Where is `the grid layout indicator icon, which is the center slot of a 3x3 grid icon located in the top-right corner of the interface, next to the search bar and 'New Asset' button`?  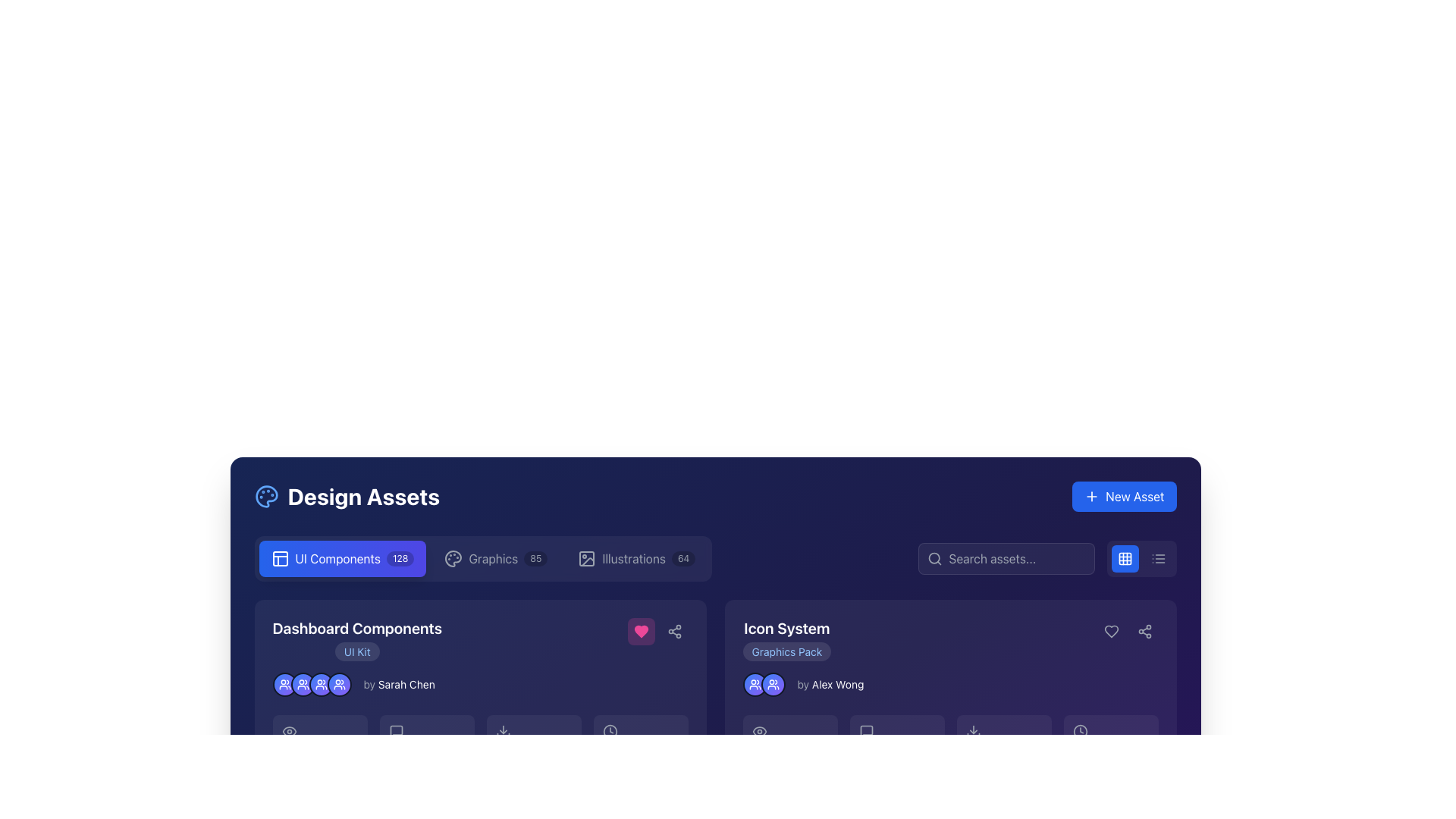 the grid layout indicator icon, which is the center slot of a 3x3 grid icon located in the top-right corner of the interface, next to the search bar and 'New Asset' button is located at coordinates (1125, 558).